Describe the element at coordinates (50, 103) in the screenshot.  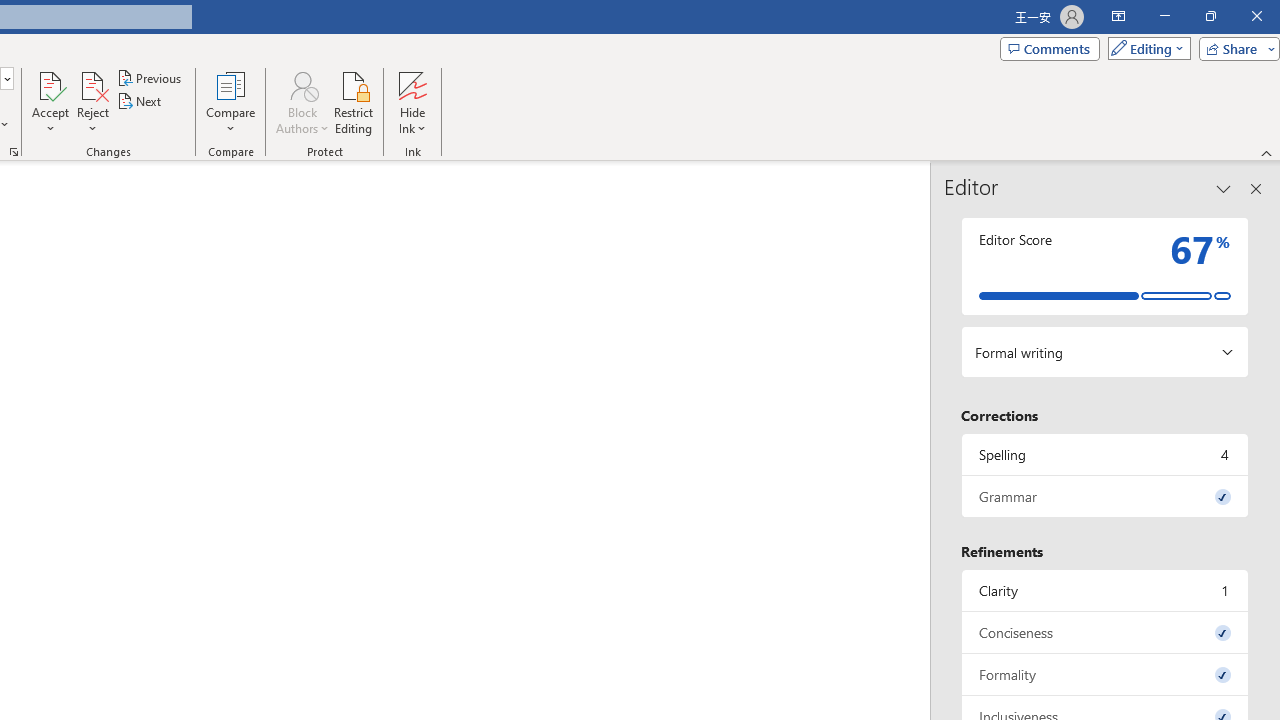
I see `'Accept'` at that location.